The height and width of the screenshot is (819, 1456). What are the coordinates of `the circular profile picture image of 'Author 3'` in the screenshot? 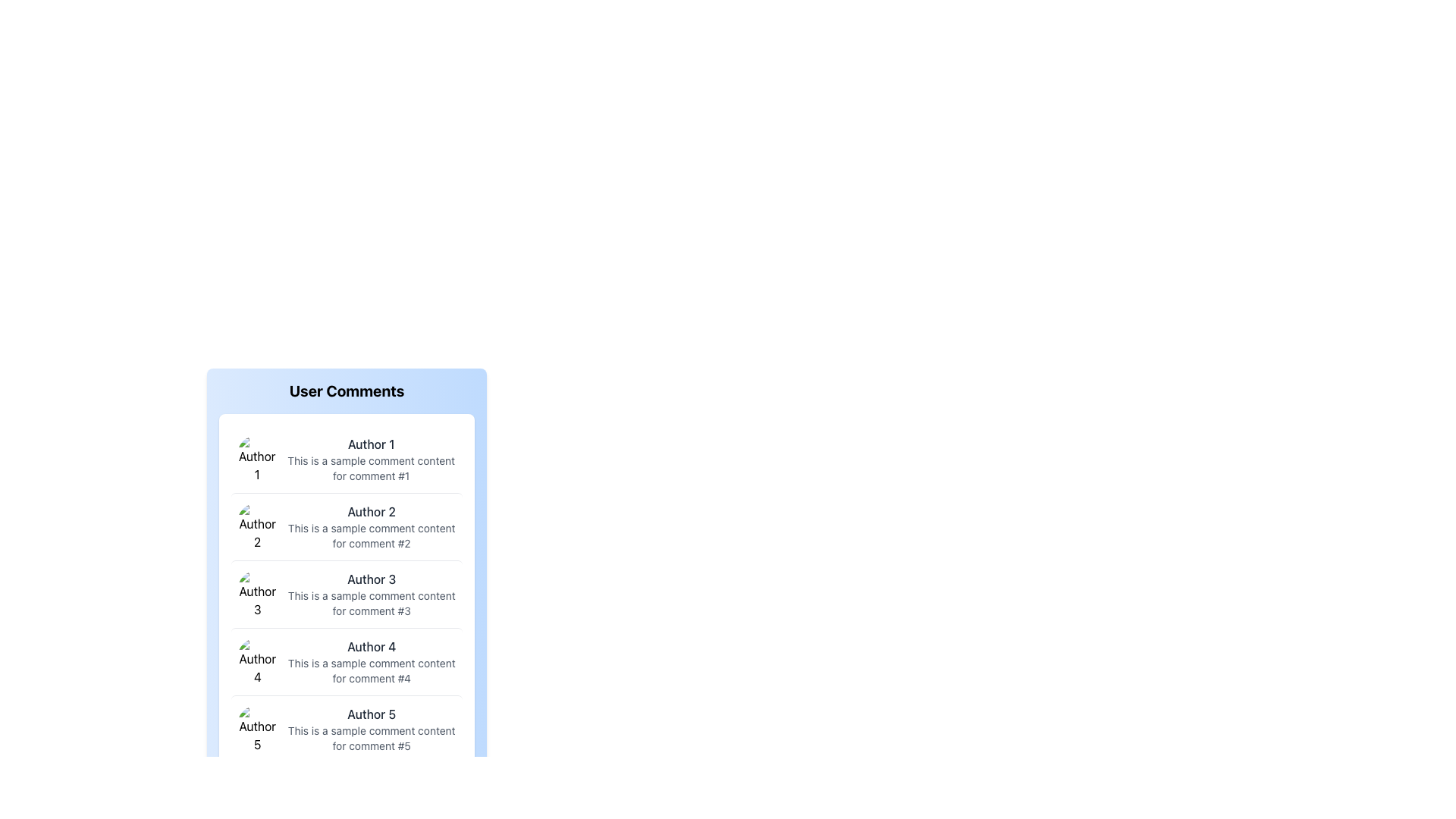 It's located at (257, 593).